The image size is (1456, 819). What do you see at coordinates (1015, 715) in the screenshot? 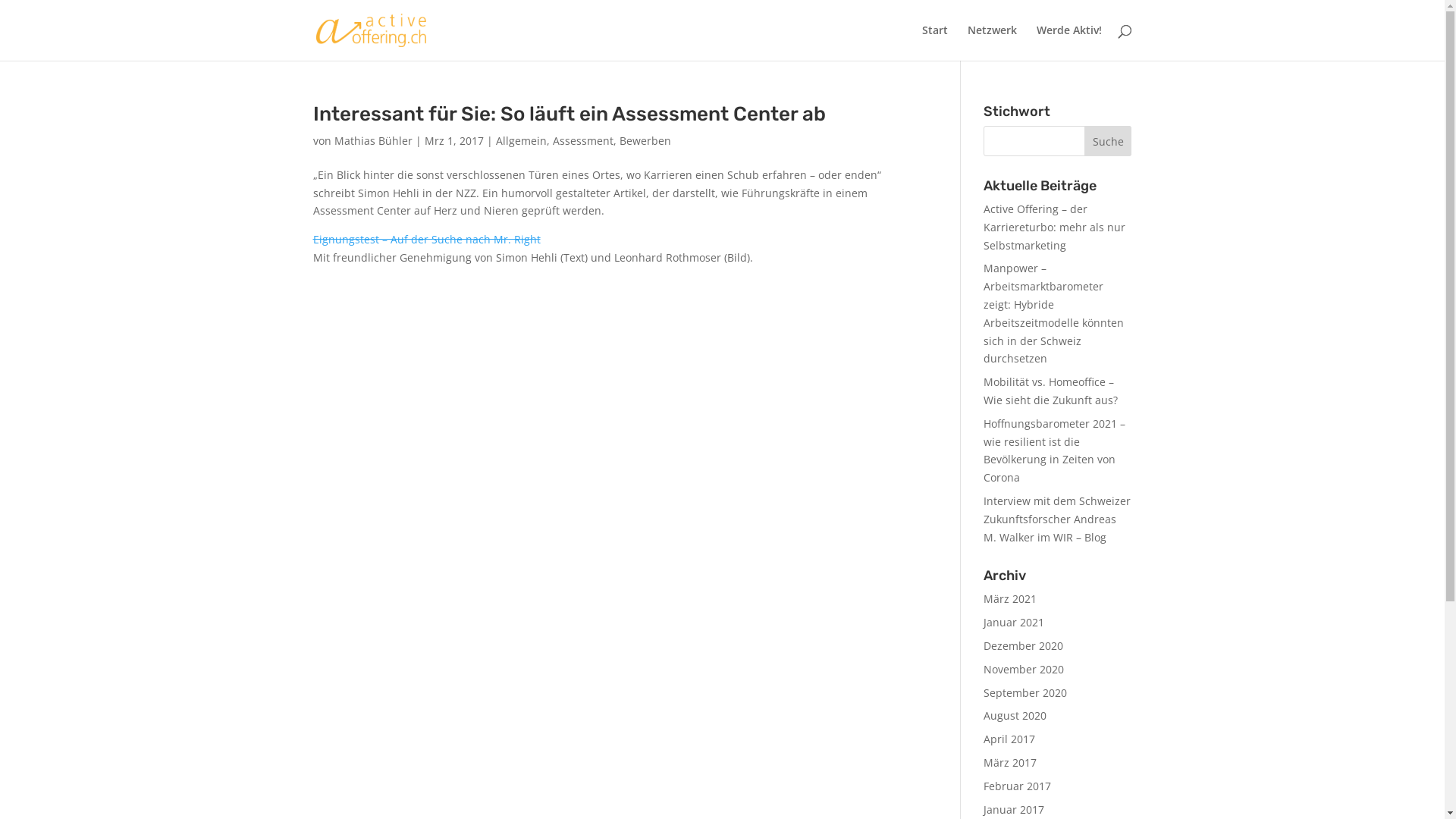
I see `'August 2020'` at bounding box center [1015, 715].